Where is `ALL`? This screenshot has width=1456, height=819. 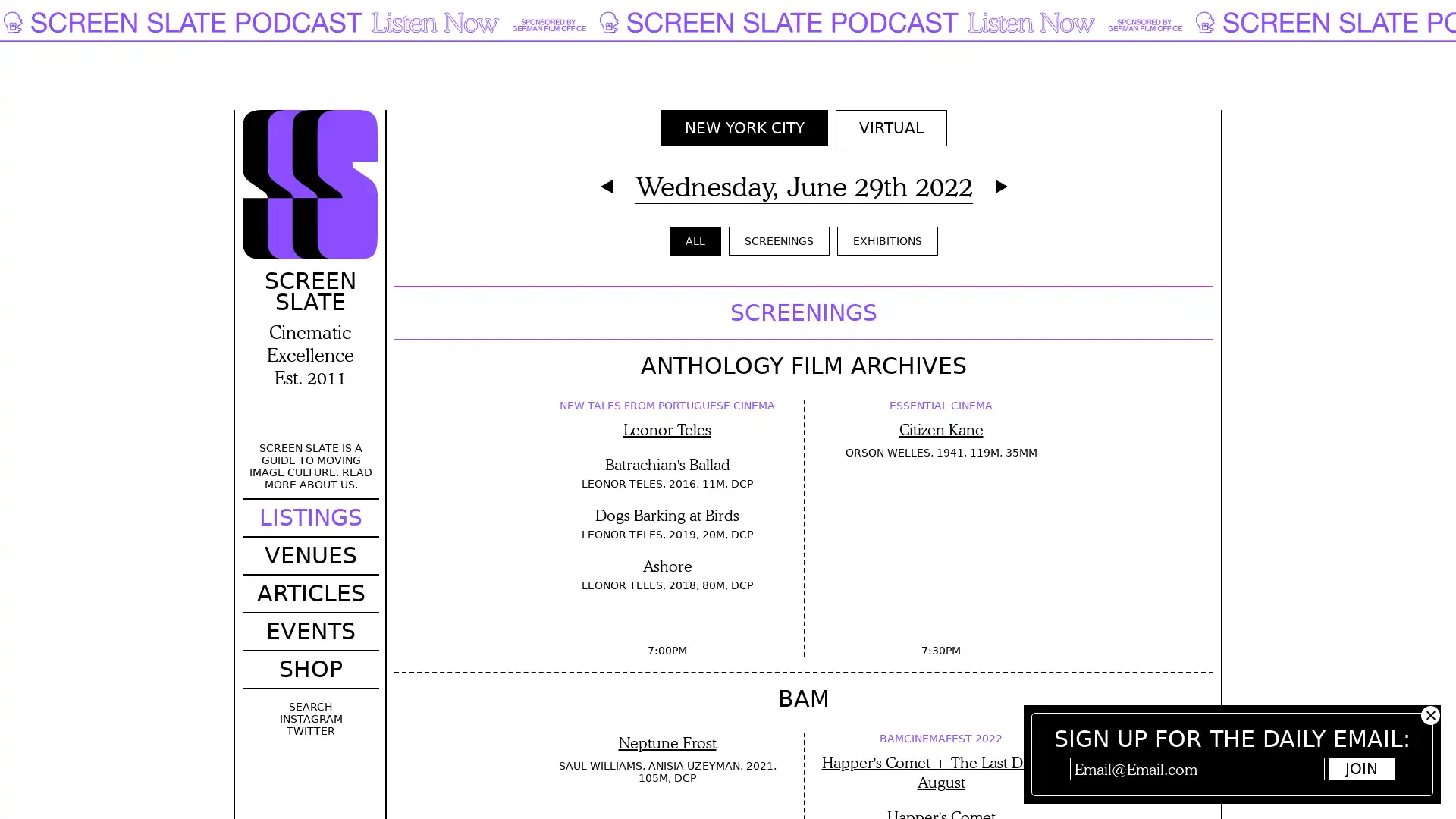
ALL is located at coordinates (694, 240).